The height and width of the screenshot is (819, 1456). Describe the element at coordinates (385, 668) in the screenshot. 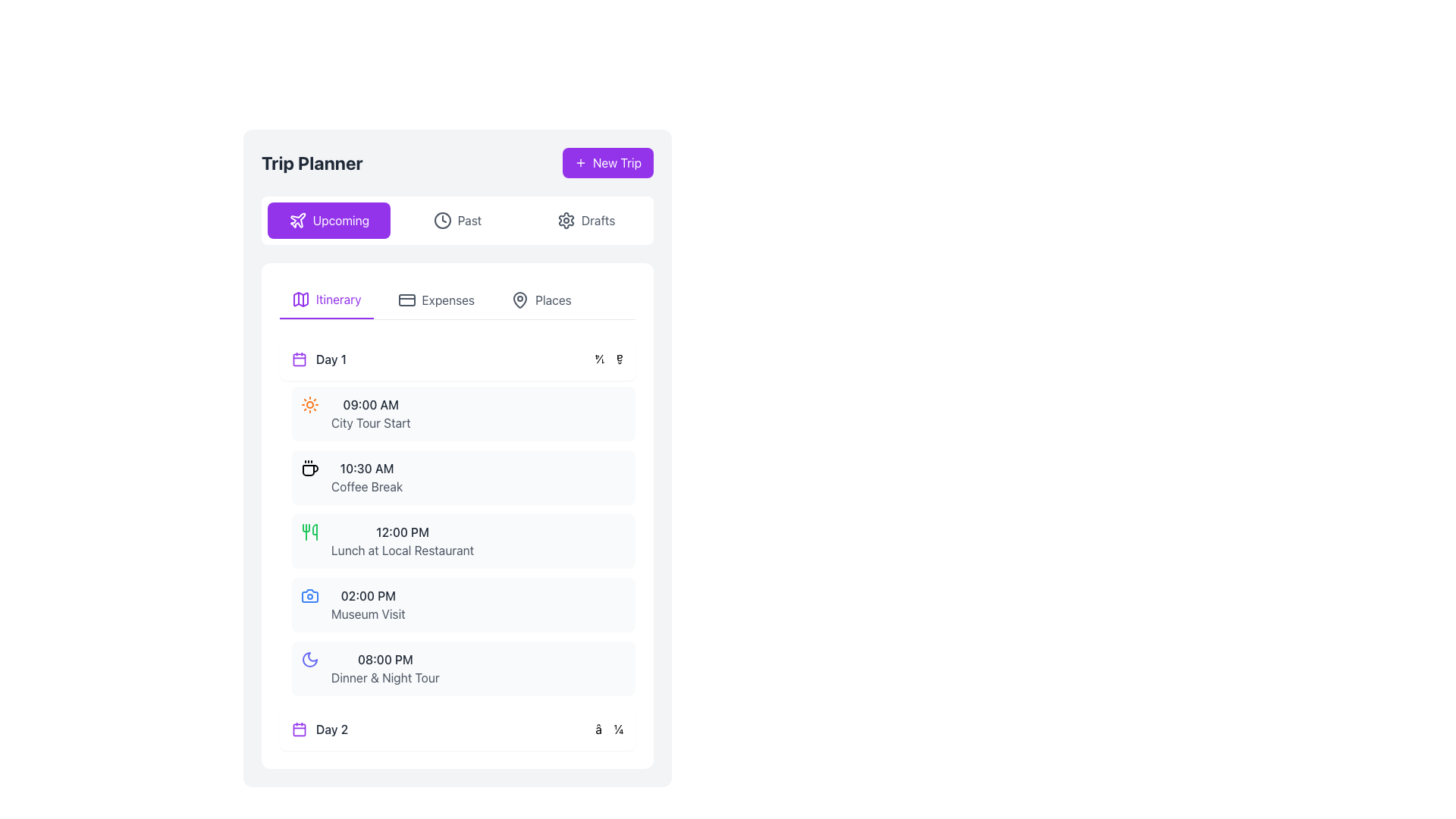

I see `the Text block element displaying '08:00 PM' and 'Dinner & Night Tour'` at that location.